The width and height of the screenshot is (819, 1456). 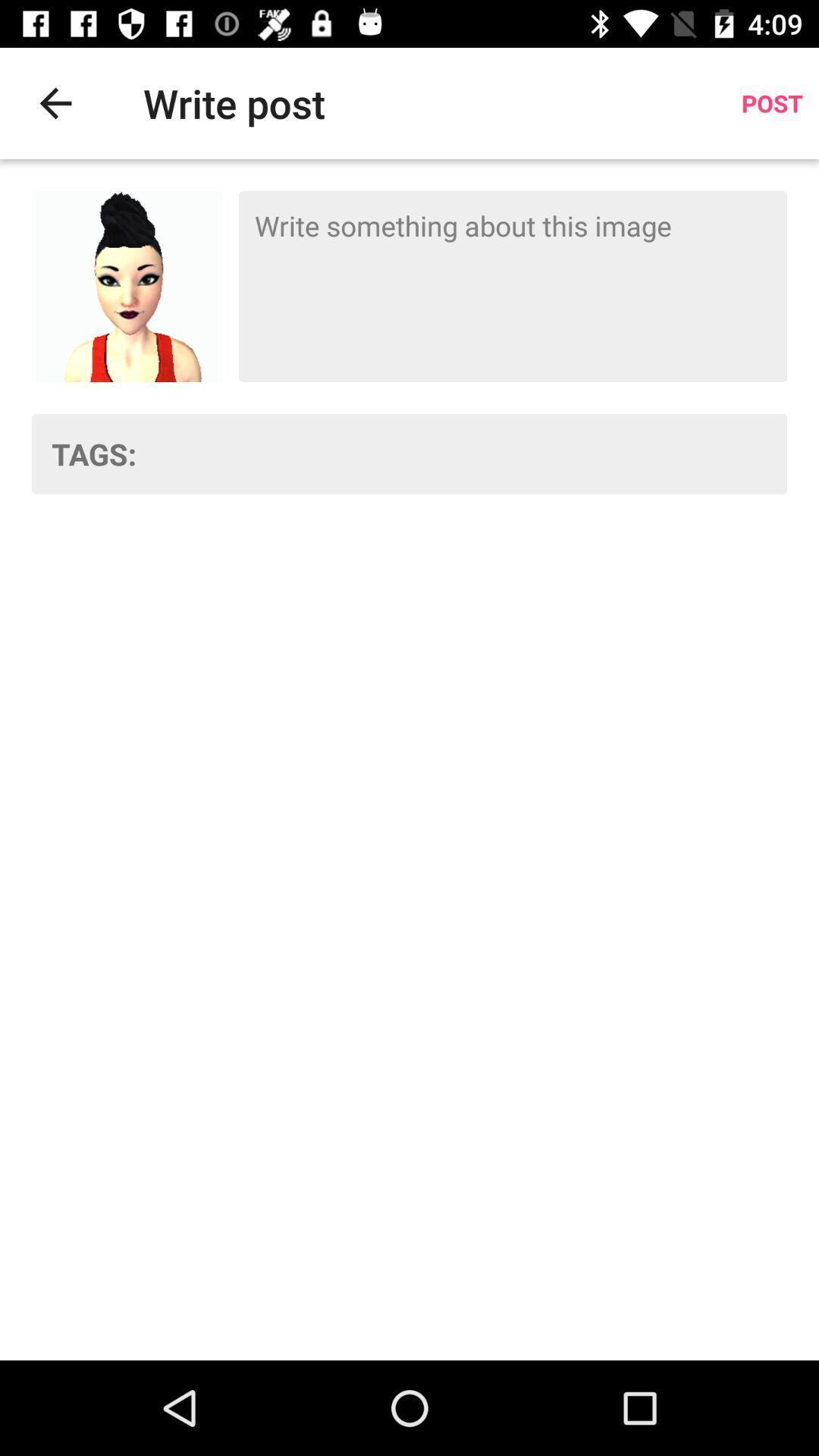 What do you see at coordinates (55, 102) in the screenshot?
I see `item to the left of write post` at bounding box center [55, 102].